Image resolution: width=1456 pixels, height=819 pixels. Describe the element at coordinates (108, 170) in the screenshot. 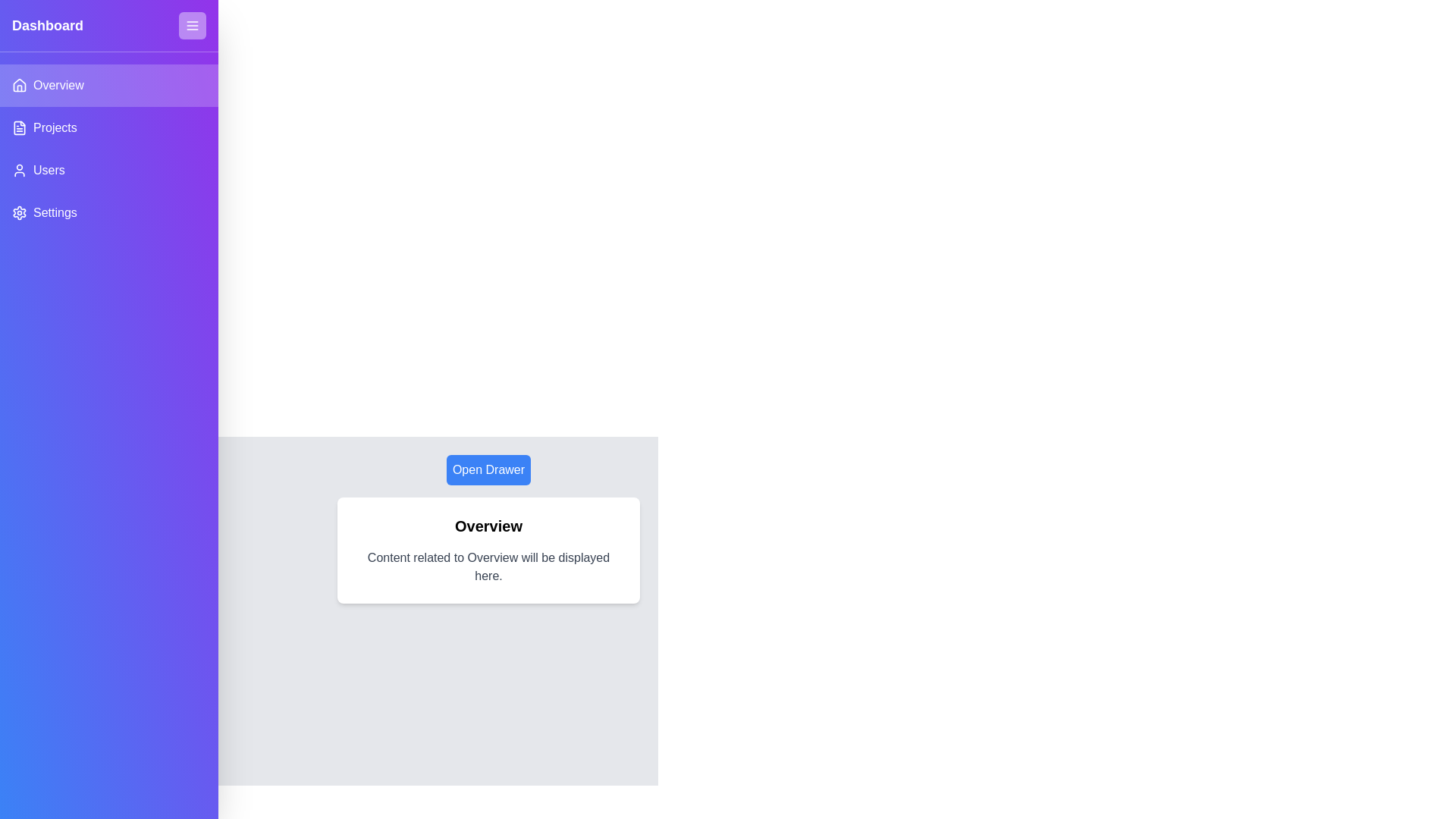

I see `the menu item Users from the list` at that location.